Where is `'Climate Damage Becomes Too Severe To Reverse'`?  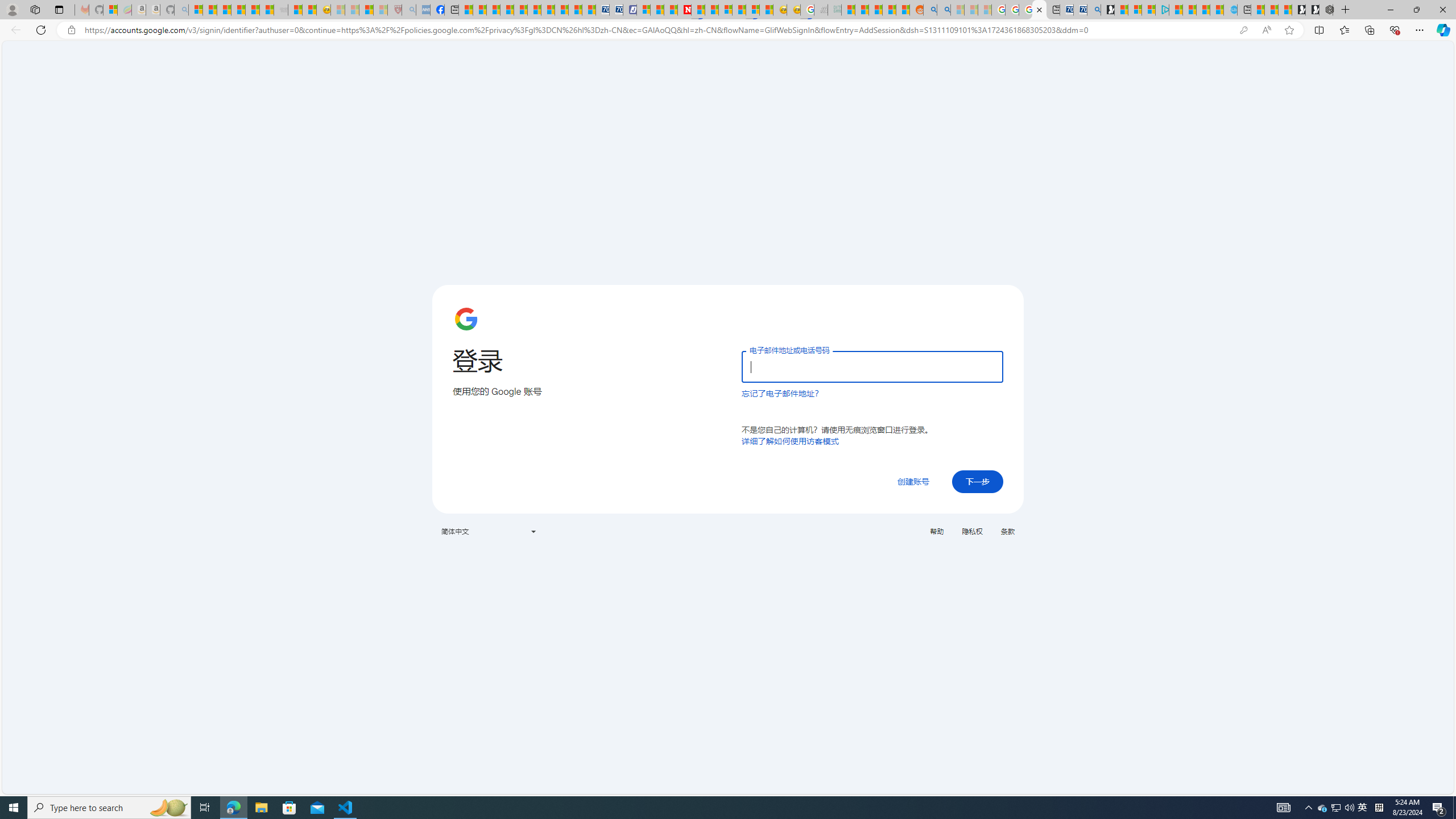
'Climate Damage Becomes Too Severe To Reverse' is located at coordinates (506, 9).